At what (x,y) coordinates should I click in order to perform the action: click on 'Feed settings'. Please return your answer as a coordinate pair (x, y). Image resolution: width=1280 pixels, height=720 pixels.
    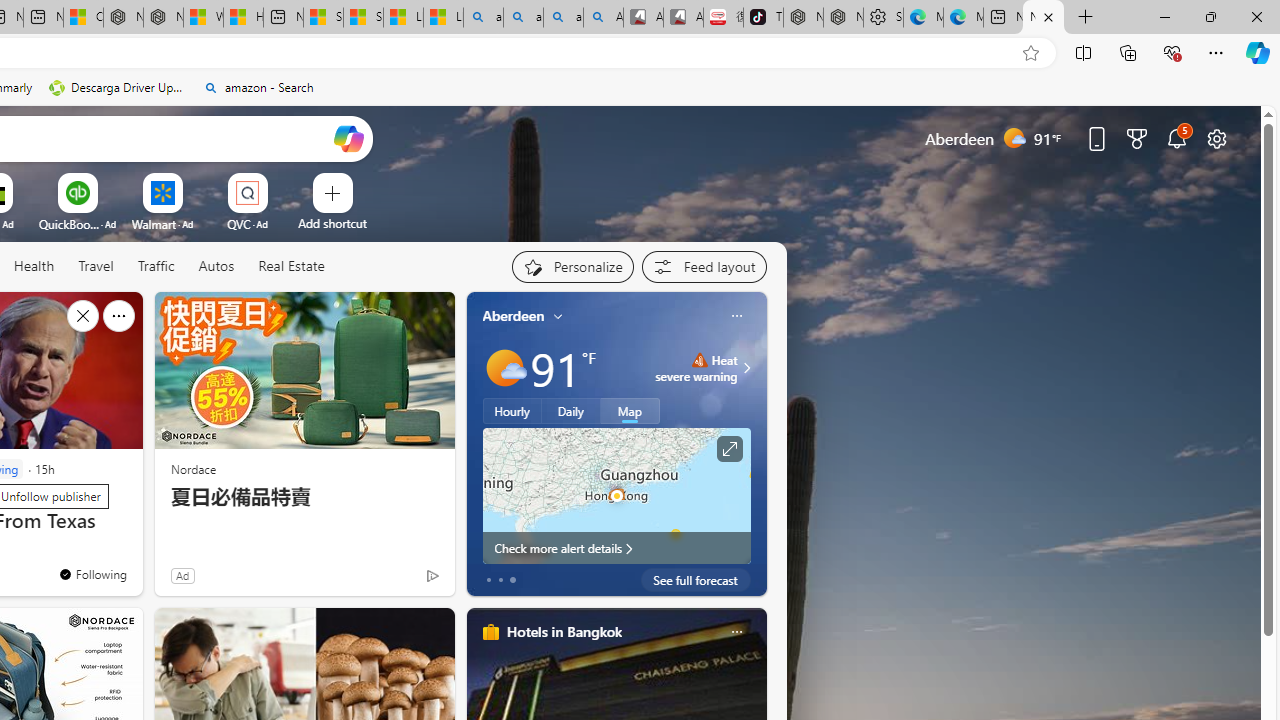
    Looking at the image, I should click on (704, 266).